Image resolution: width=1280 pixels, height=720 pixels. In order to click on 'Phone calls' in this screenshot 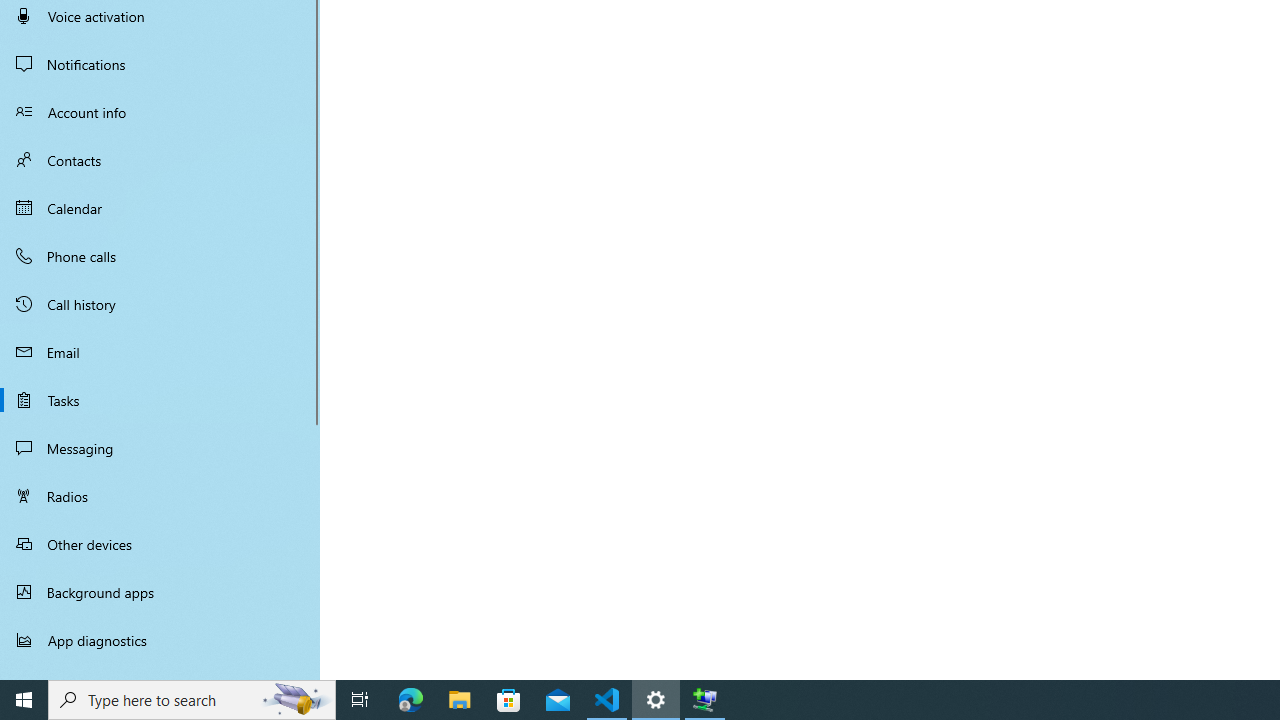, I will do `click(160, 254)`.